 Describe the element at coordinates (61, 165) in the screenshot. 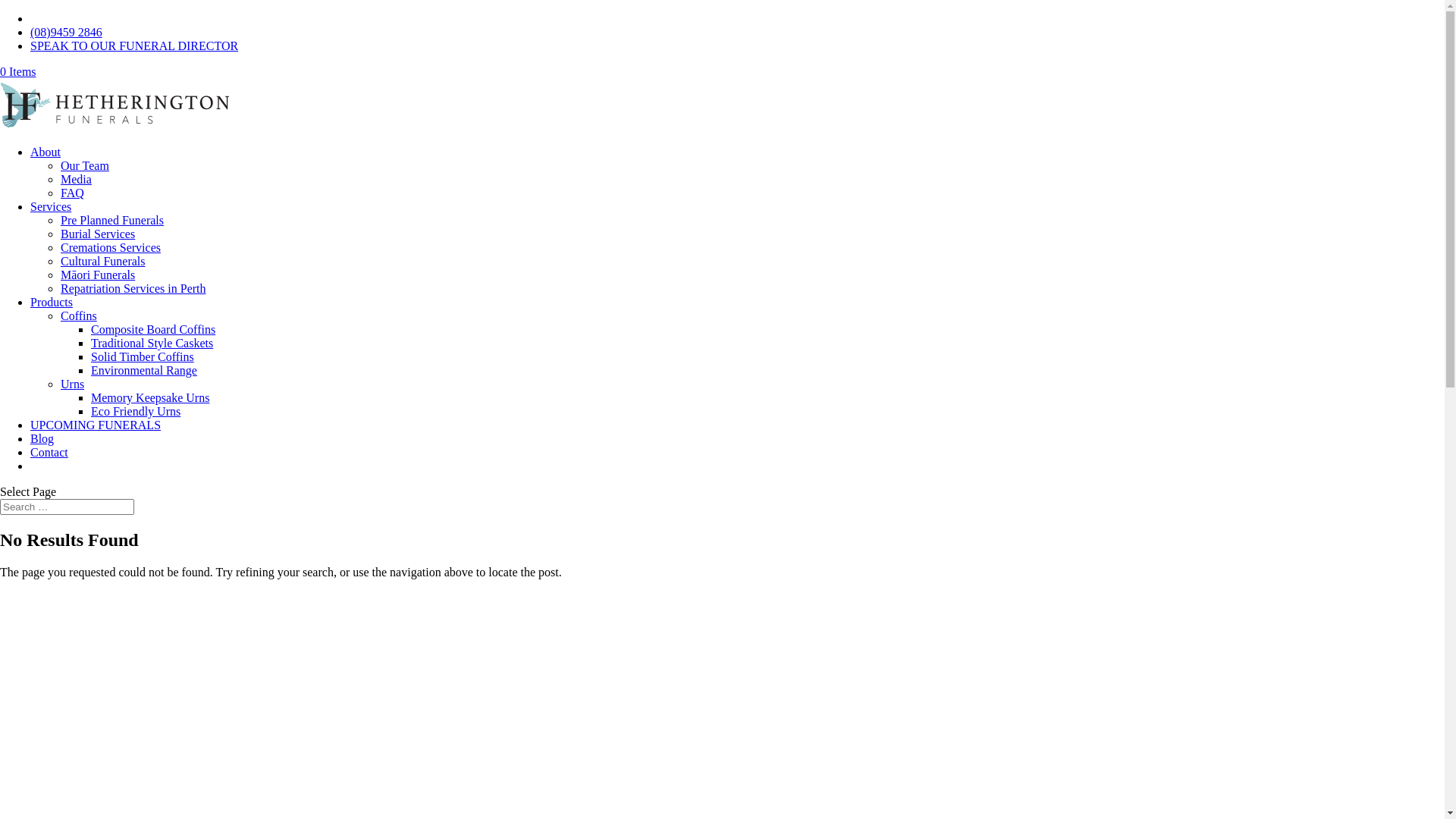

I see `'Our Team'` at that location.